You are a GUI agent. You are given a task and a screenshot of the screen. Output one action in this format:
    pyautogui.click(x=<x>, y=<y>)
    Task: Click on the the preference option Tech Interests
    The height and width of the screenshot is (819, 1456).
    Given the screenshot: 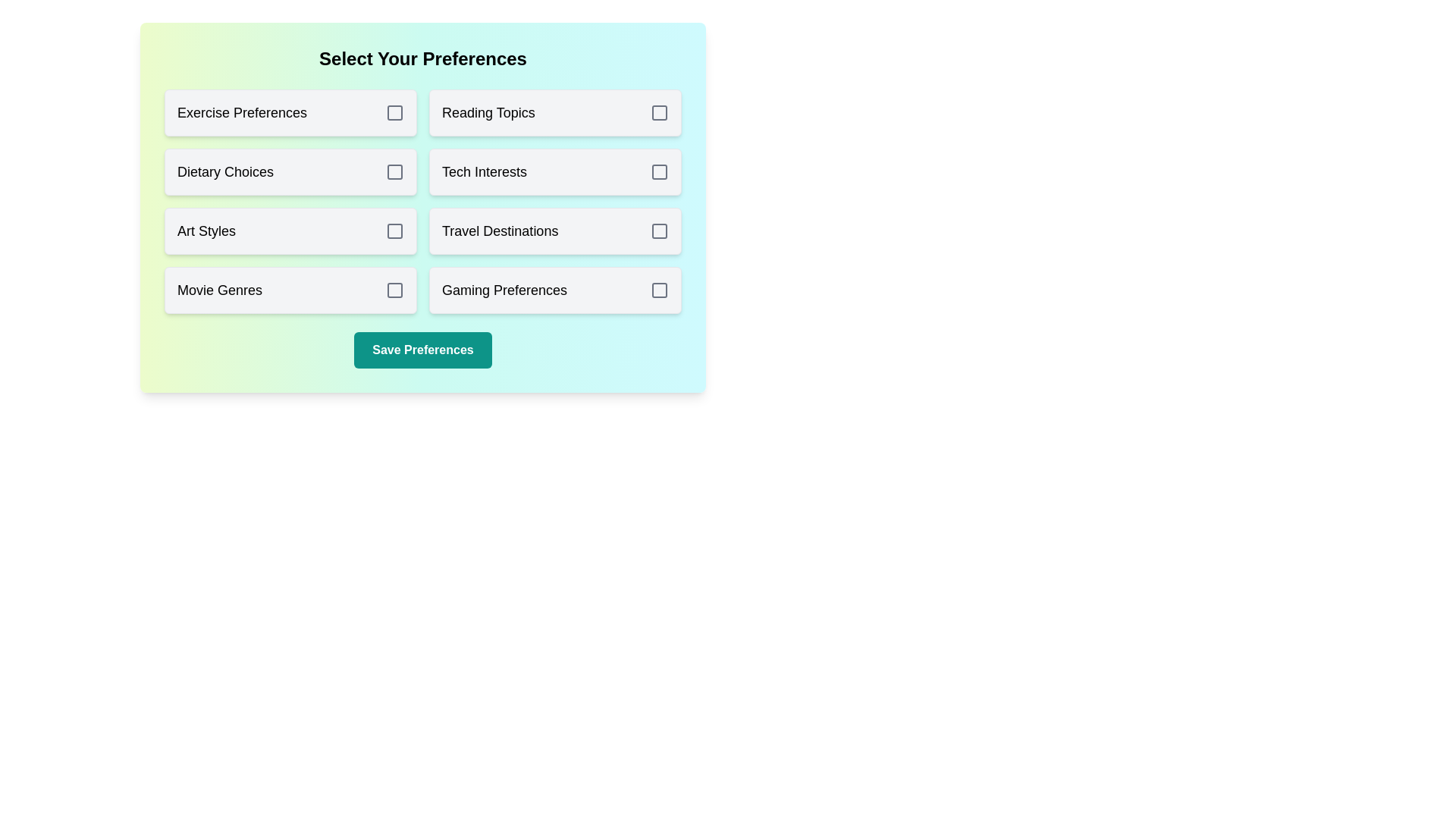 What is the action you would take?
    pyautogui.click(x=554, y=171)
    